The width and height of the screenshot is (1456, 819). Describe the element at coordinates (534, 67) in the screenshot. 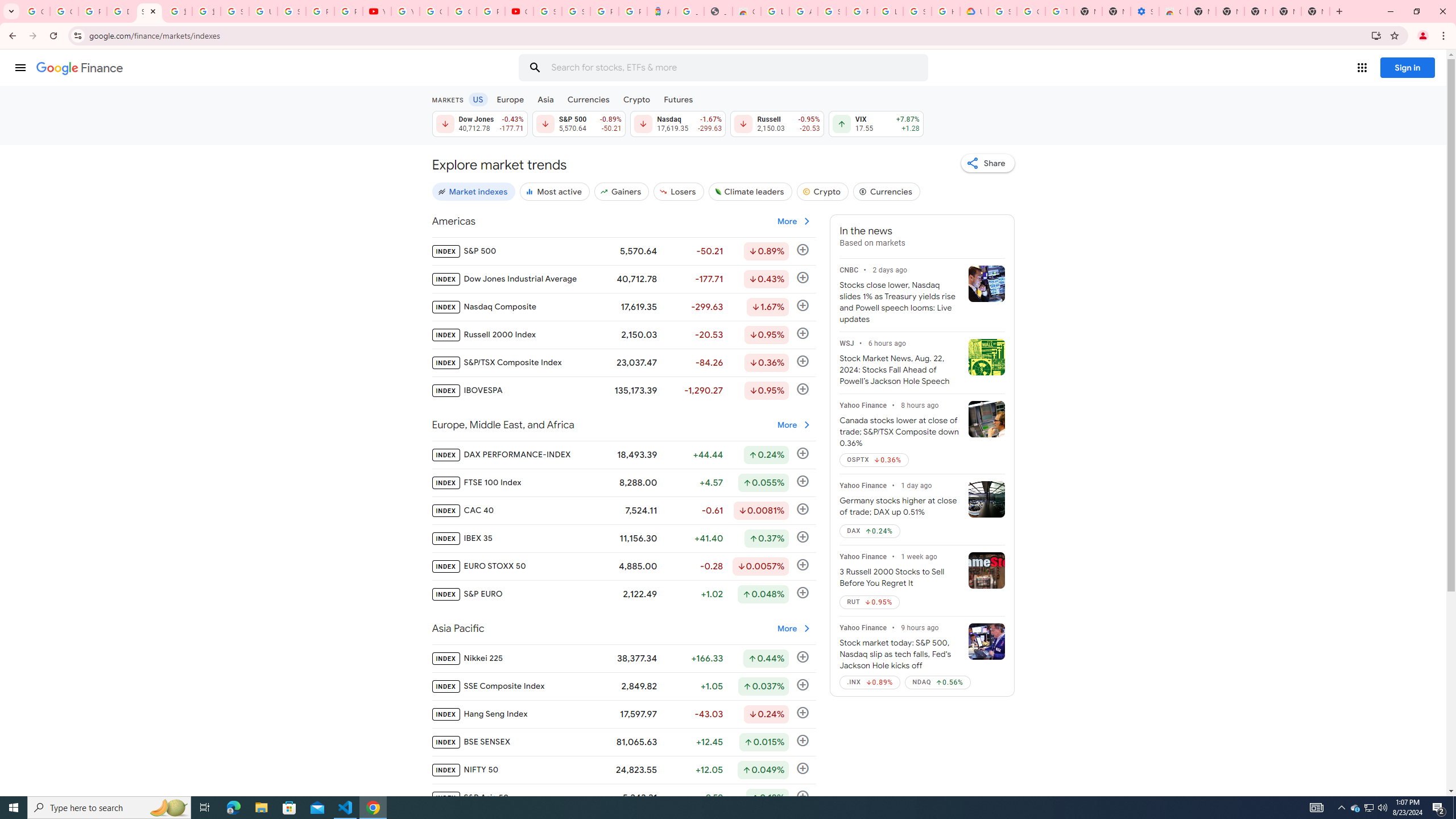

I see `'Search'` at that location.